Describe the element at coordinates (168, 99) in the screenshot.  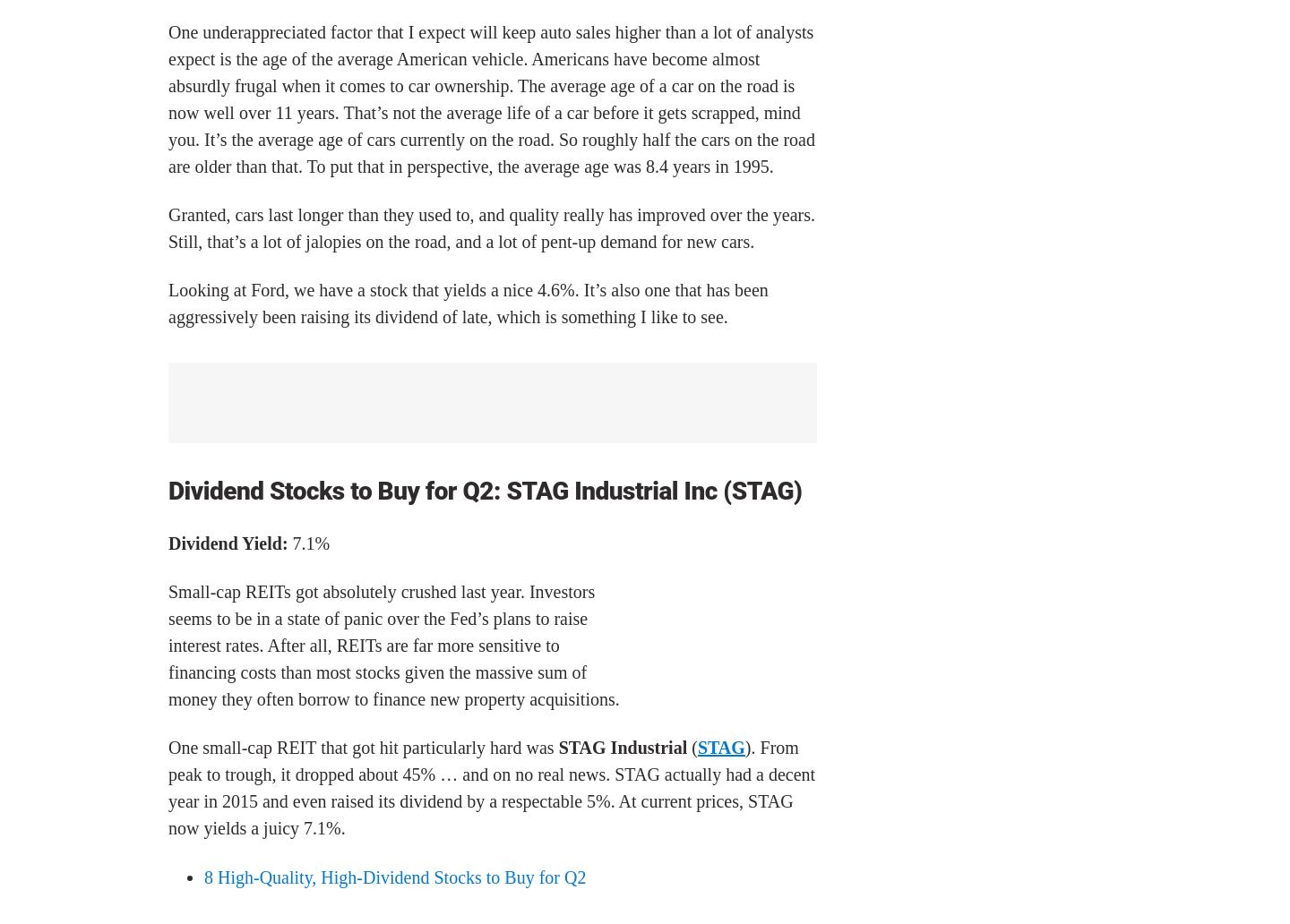
I see `'One underappreciated factor that I expect will keep auto sales higher than a lot of analysts expect is the age of the average American vehicle. Americans have become almost absurdly frugal when it comes to car ownership. The average age of a car on the road is now well over 11 years. That’s not the average life of a car before it gets scrapped, mind you. It’s the average age of cars currently on the road. So roughly half the cars on the road are older than that. To put that in perspective, the average age was 8.4 years in 1995.'` at that location.